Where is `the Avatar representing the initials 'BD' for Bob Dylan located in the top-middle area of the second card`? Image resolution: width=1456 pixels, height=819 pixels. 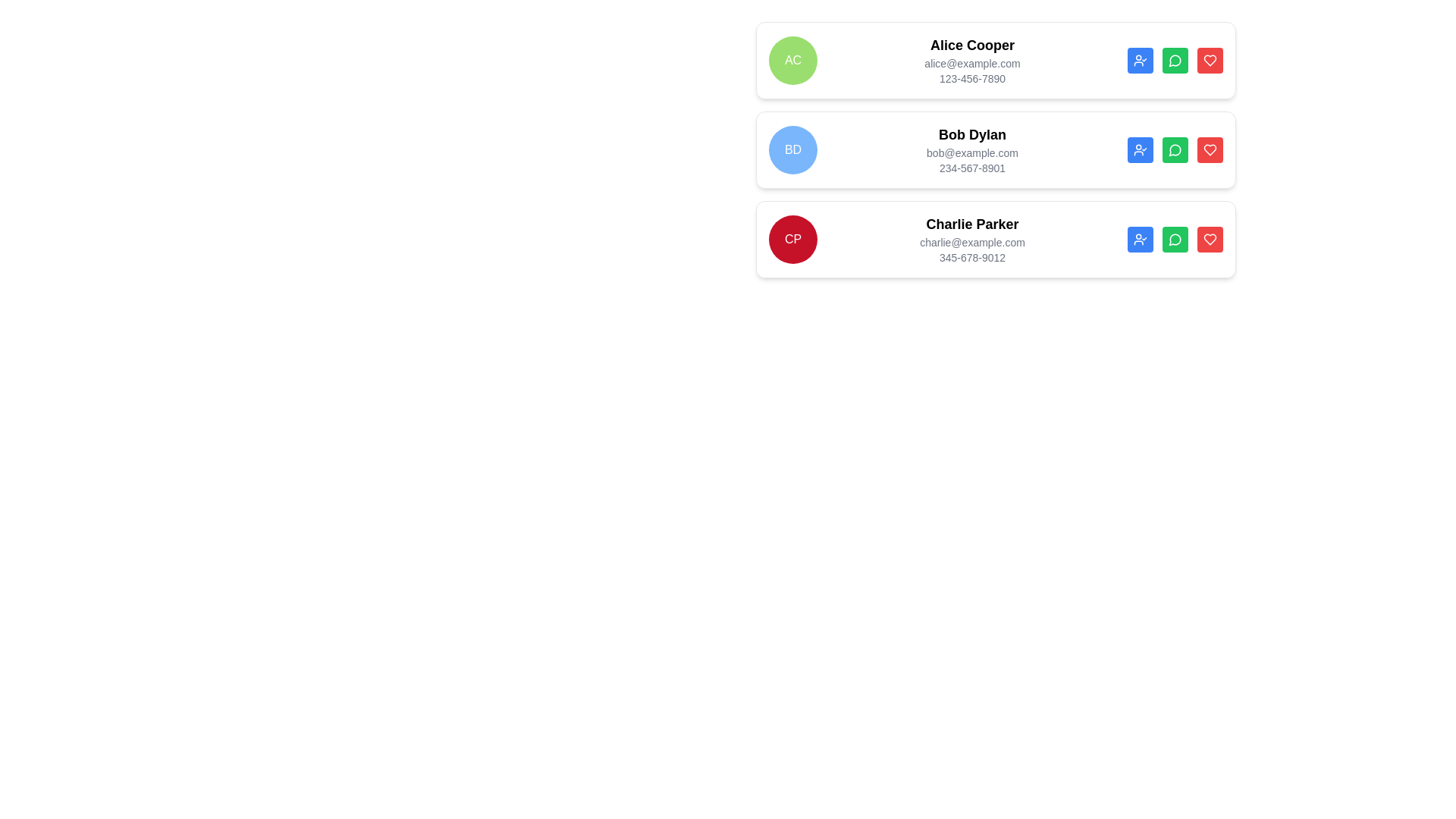 the Avatar representing the initials 'BD' for Bob Dylan located in the top-middle area of the second card is located at coordinates (792, 149).